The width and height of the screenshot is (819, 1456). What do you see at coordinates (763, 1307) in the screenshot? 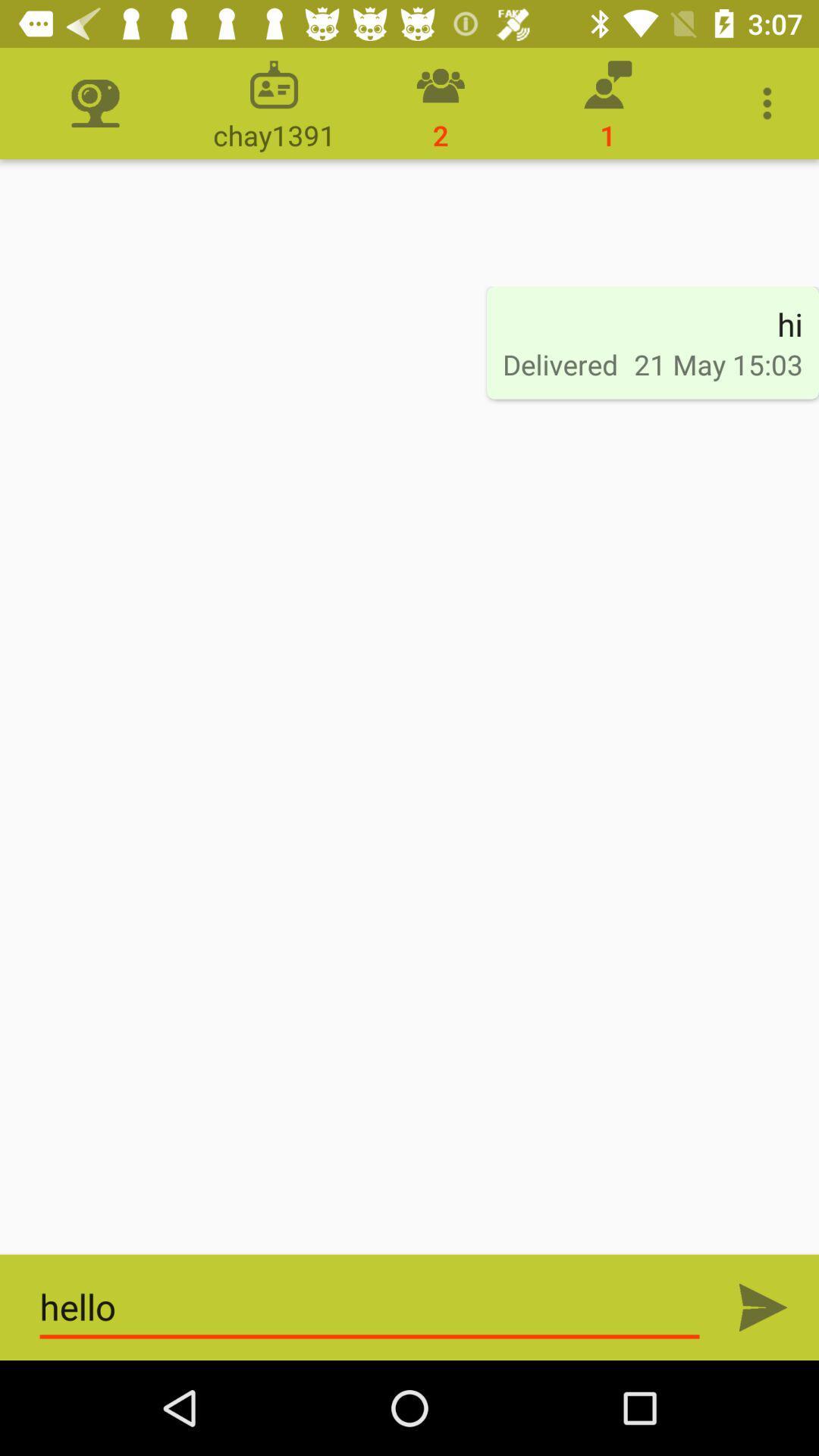
I see `send` at bounding box center [763, 1307].